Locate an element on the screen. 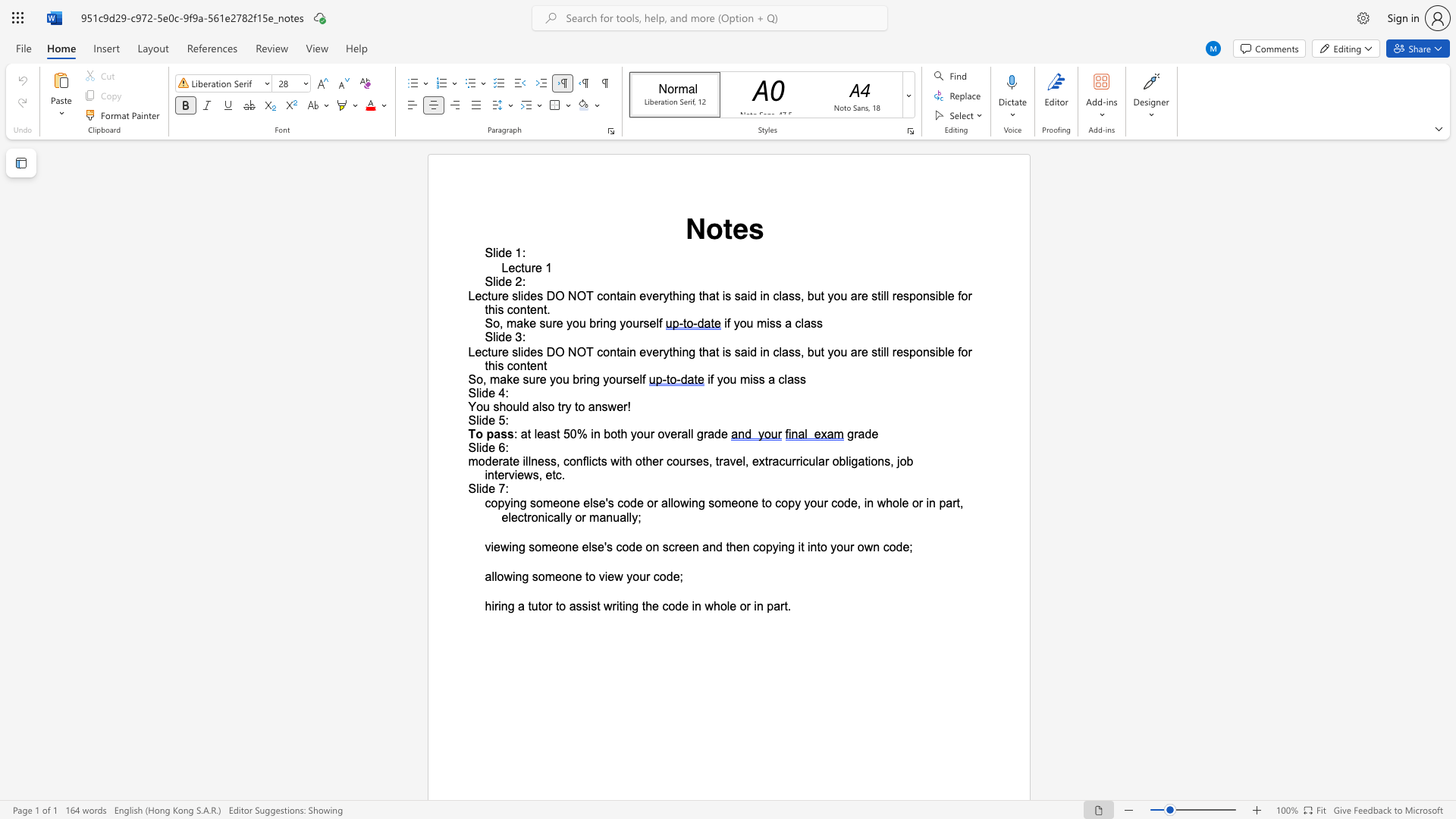  the subset text "rt, elect" within the text "copying someone else" is located at coordinates (952, 503).